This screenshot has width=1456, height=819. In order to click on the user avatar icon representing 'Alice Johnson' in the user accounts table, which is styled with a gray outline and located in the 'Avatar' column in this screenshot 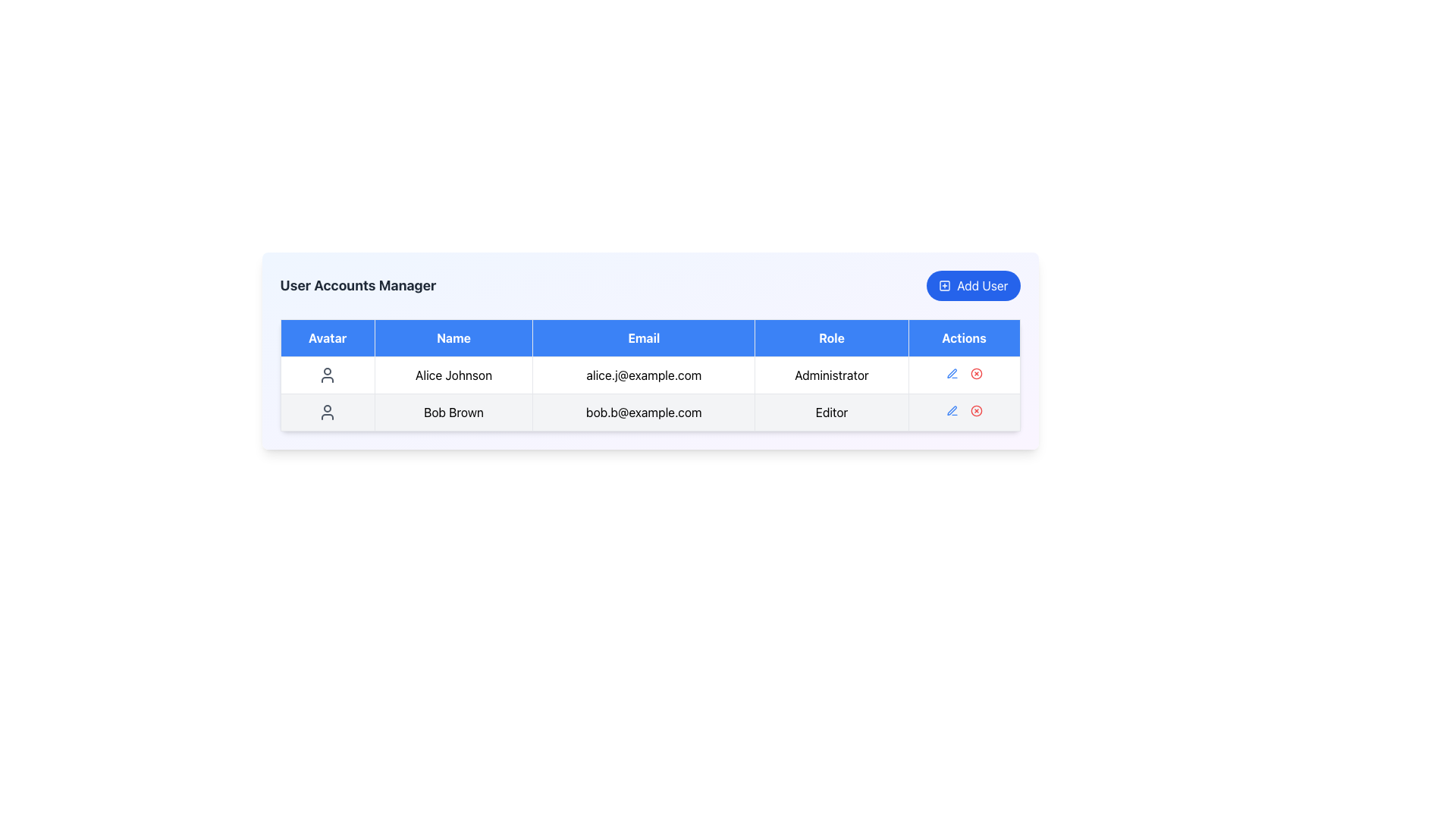, I will do `click(327, 375)`.